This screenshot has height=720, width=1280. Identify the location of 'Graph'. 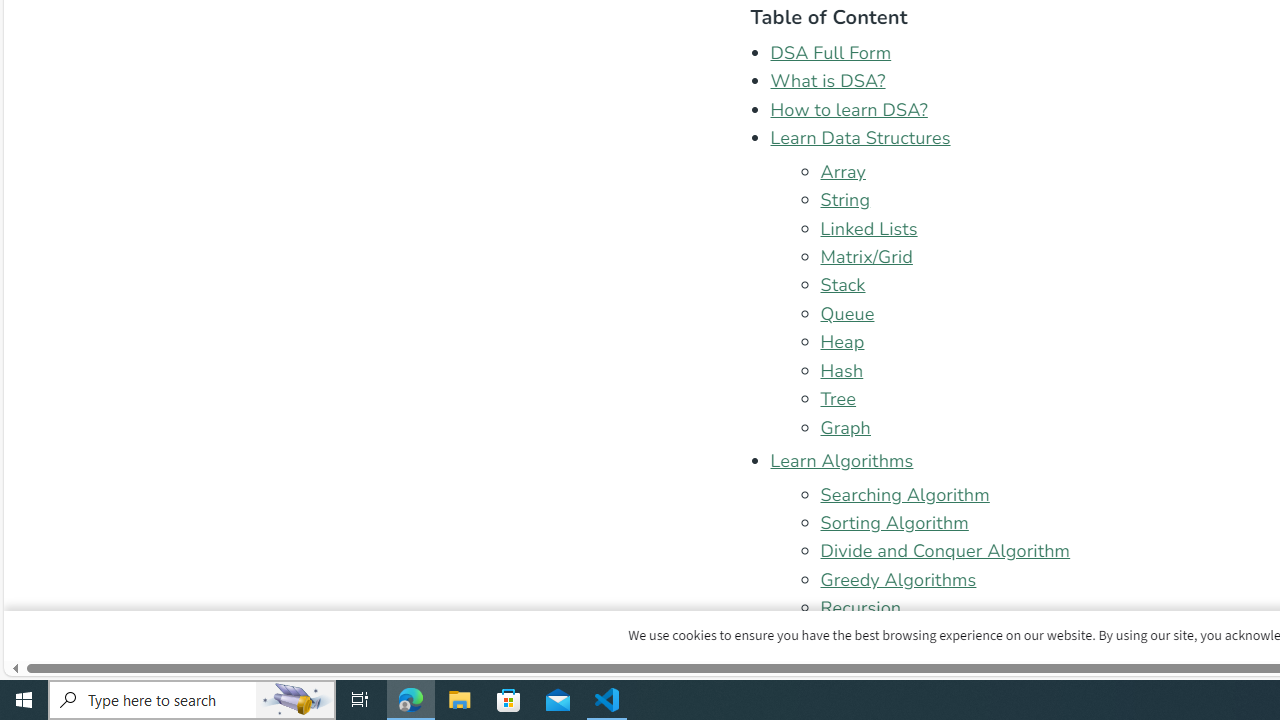
(845, 426).